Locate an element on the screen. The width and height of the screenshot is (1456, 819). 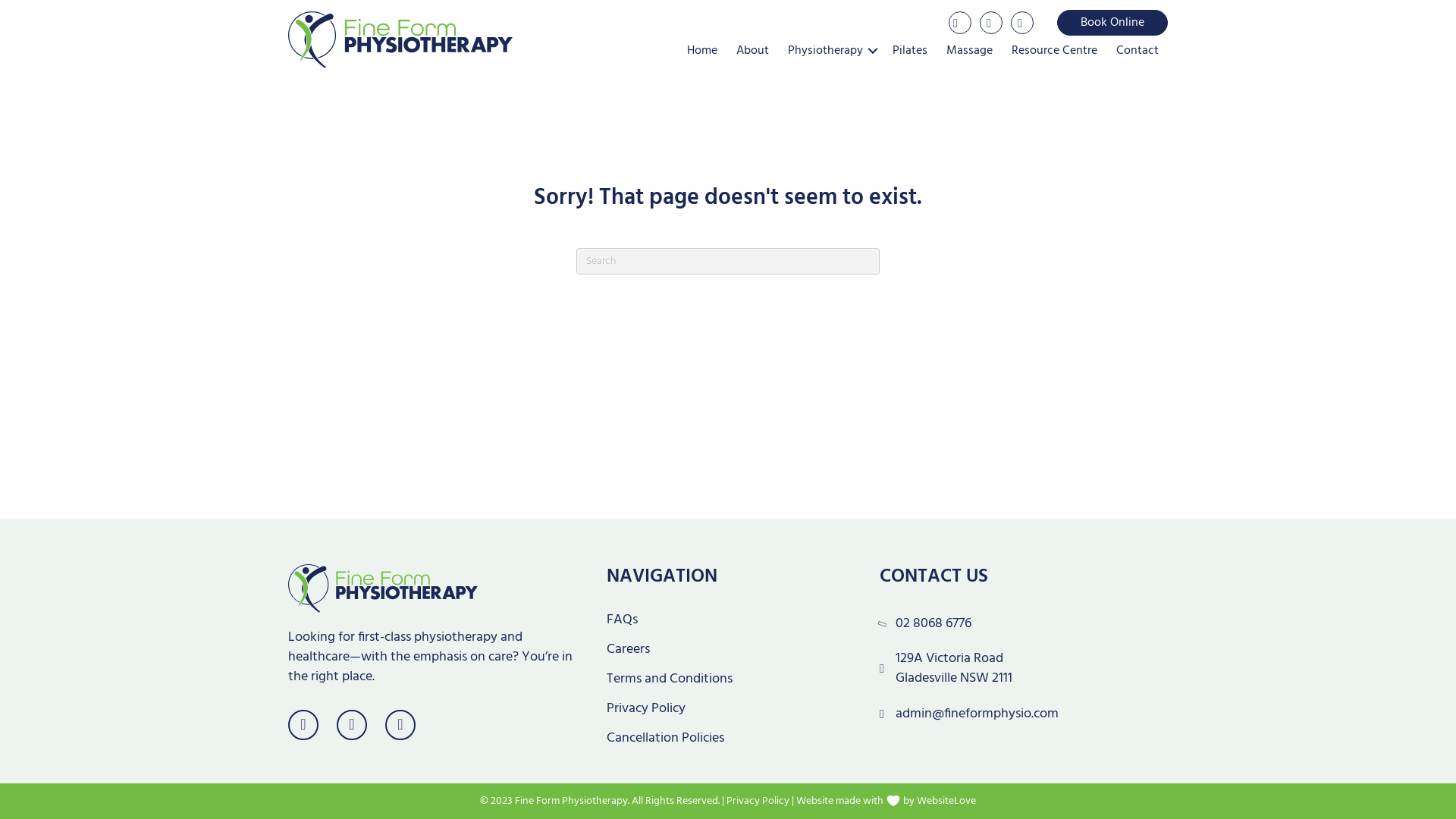
'02 8068 6776' is located at coordinates (932, 623).